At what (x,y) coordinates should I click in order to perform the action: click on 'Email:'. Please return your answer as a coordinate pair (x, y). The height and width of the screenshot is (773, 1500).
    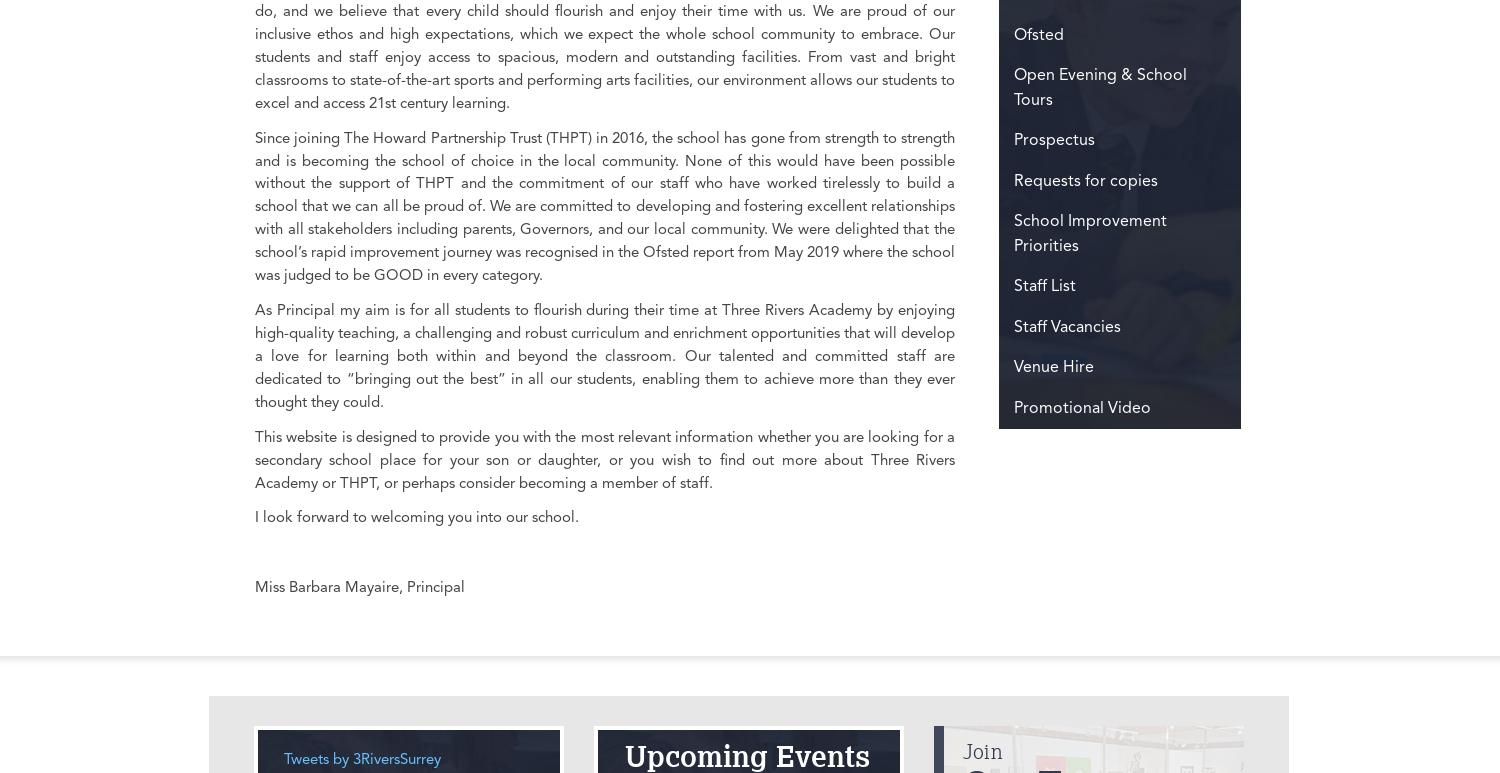
    Looking at the image, I should click on (562, 177).